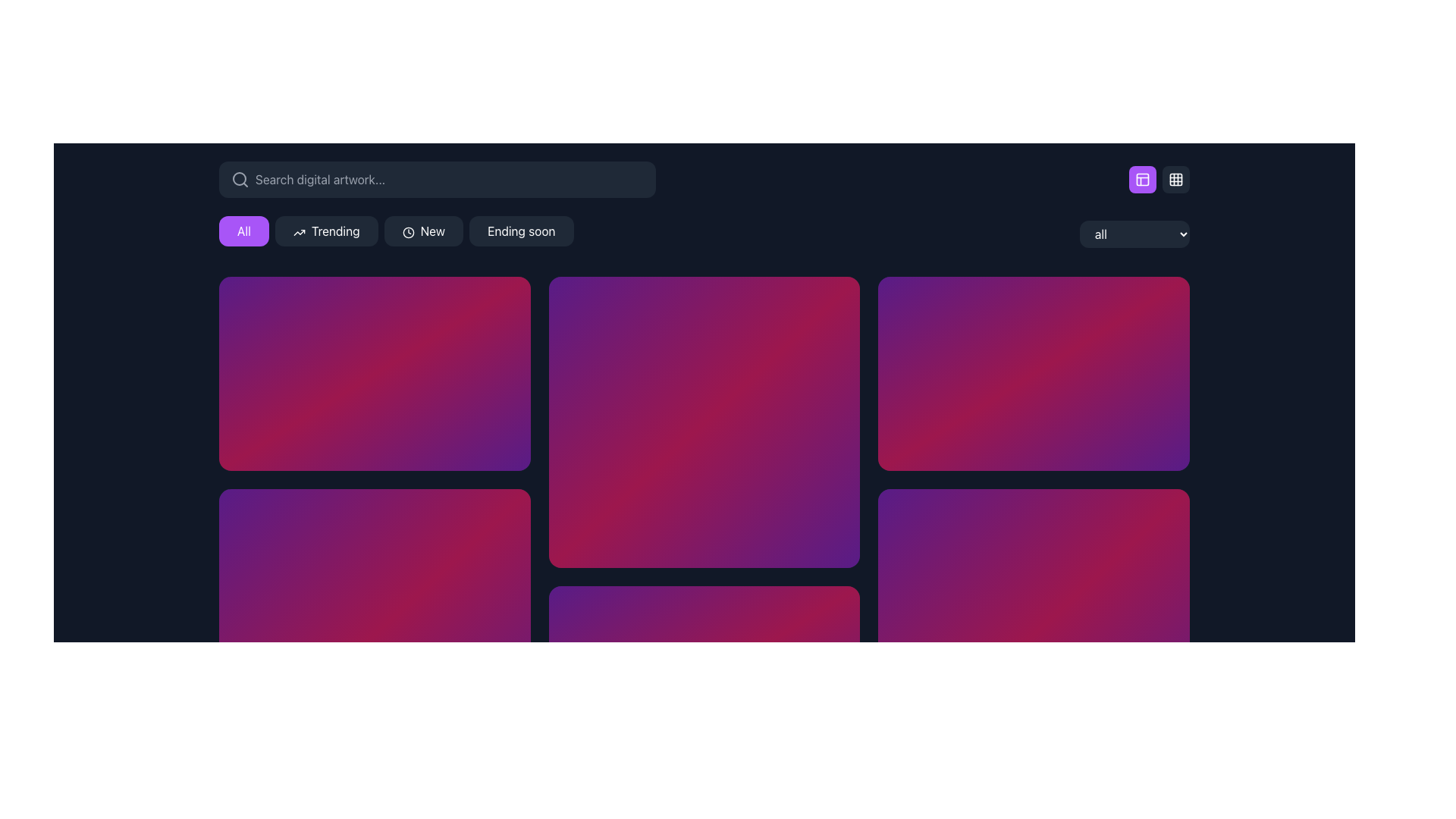 The image size is (1456, 819). Describe the element at coordinates (325, 231) in the screenshot. I see `the 'Trending' button, which is a dark gray rectangular button with white text and a trending arrow icon on its left, to observe the hover effect` at that location.